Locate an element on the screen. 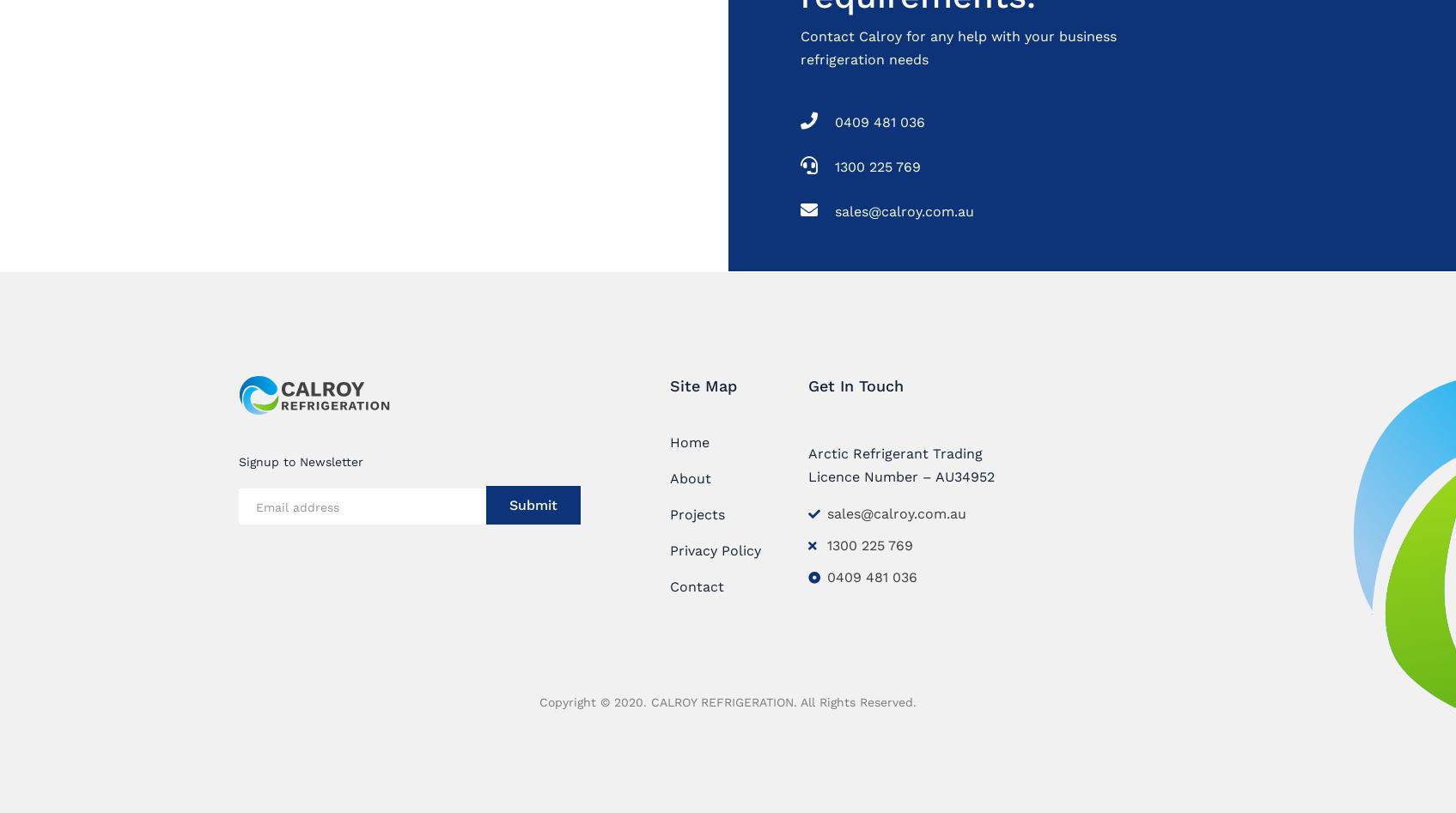 The width and height of the screenshot is (1456, 813). 'About' is located at coordinates (689, 476).